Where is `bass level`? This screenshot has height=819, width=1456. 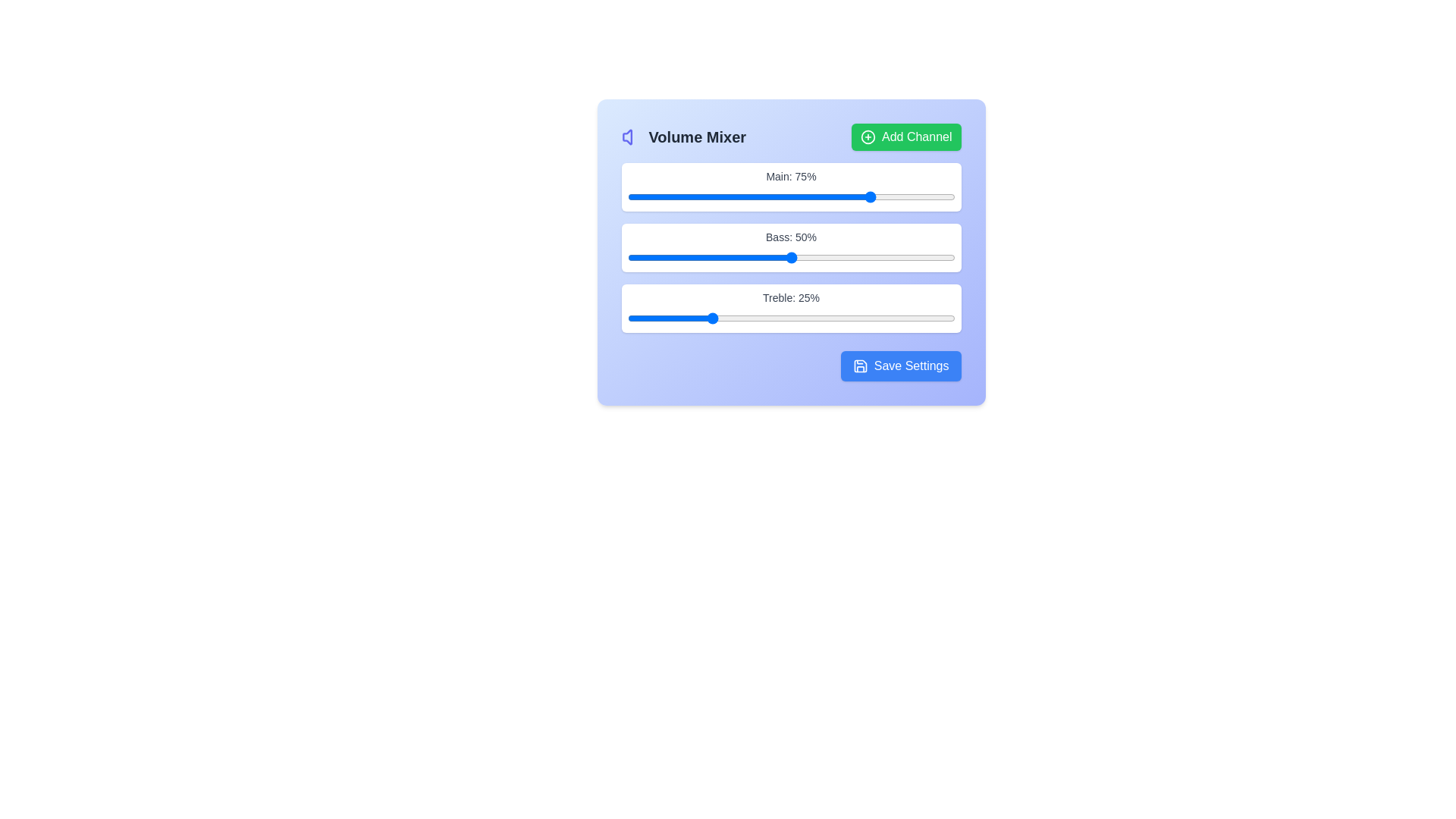 bass level is located at coordinates (711, 256).